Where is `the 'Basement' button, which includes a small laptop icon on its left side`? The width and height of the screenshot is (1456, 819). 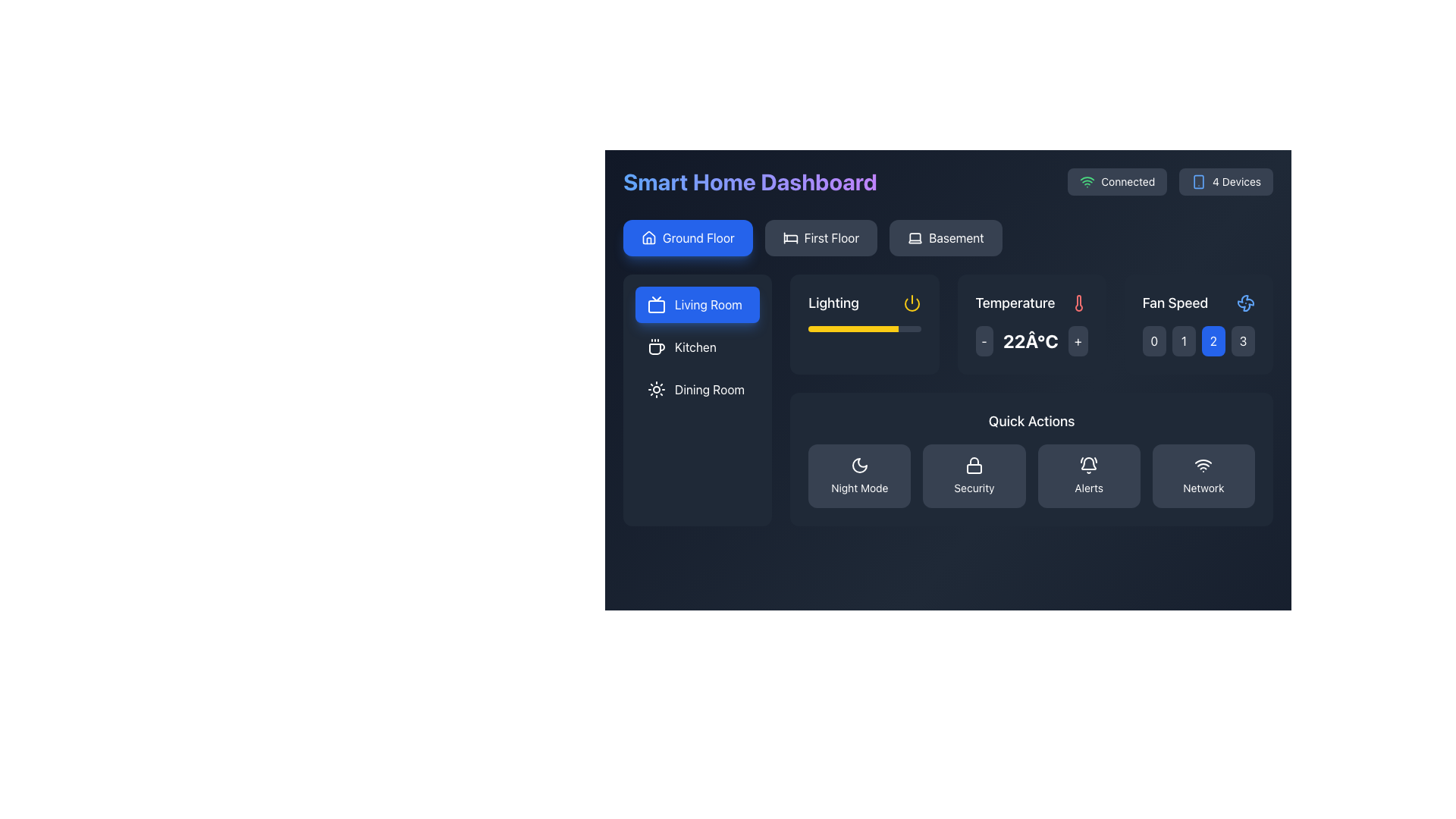 the 'Basement' button, which includes a small laptop icon on its left side is located at coordinates (915, 237).